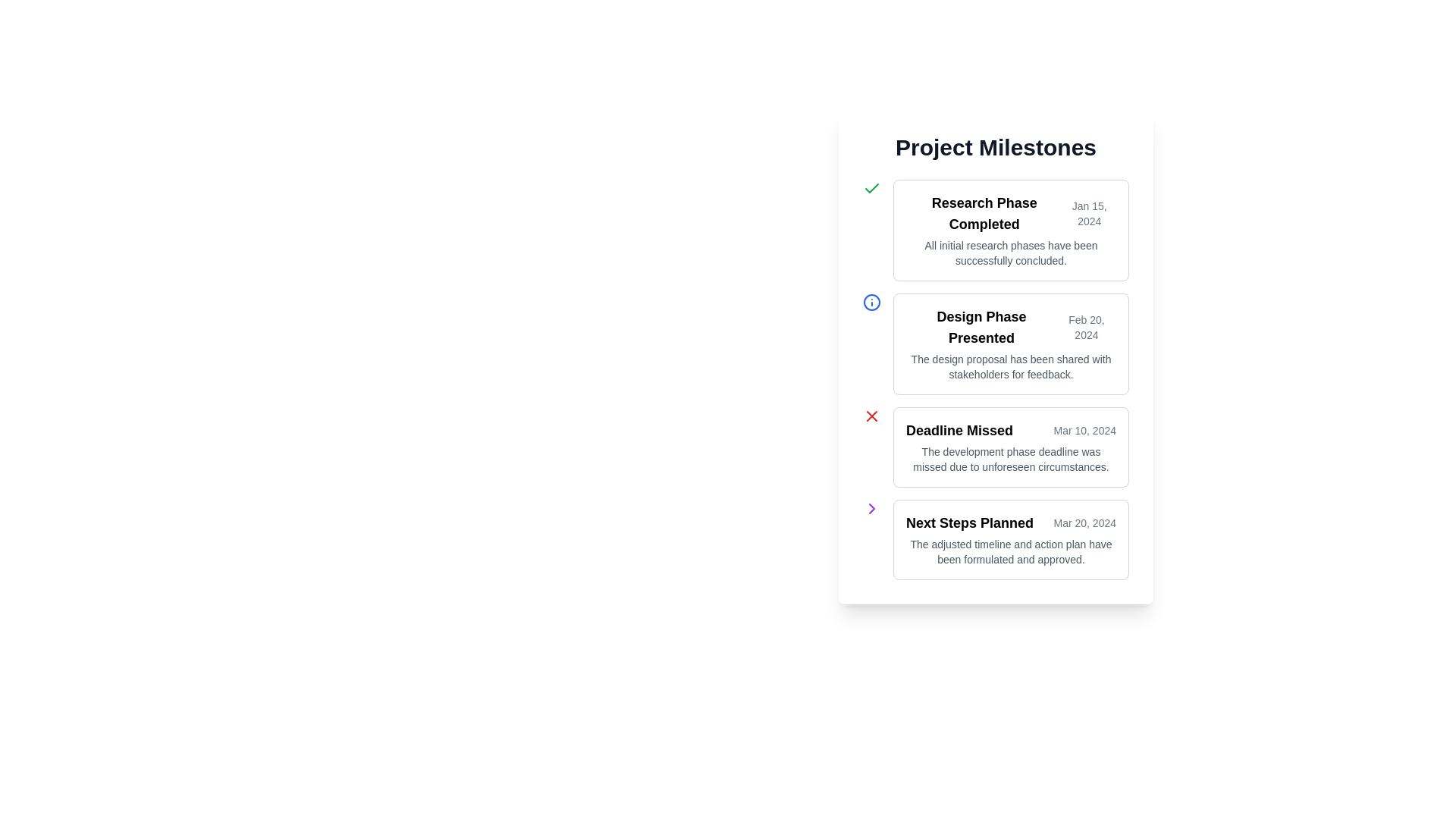 The width and height of the screenshot is (1456, 819). I want to click on the compound text component that displays 'Next Steps Planned' and the date 'Mar 20, 2024', so click(1011, 522).